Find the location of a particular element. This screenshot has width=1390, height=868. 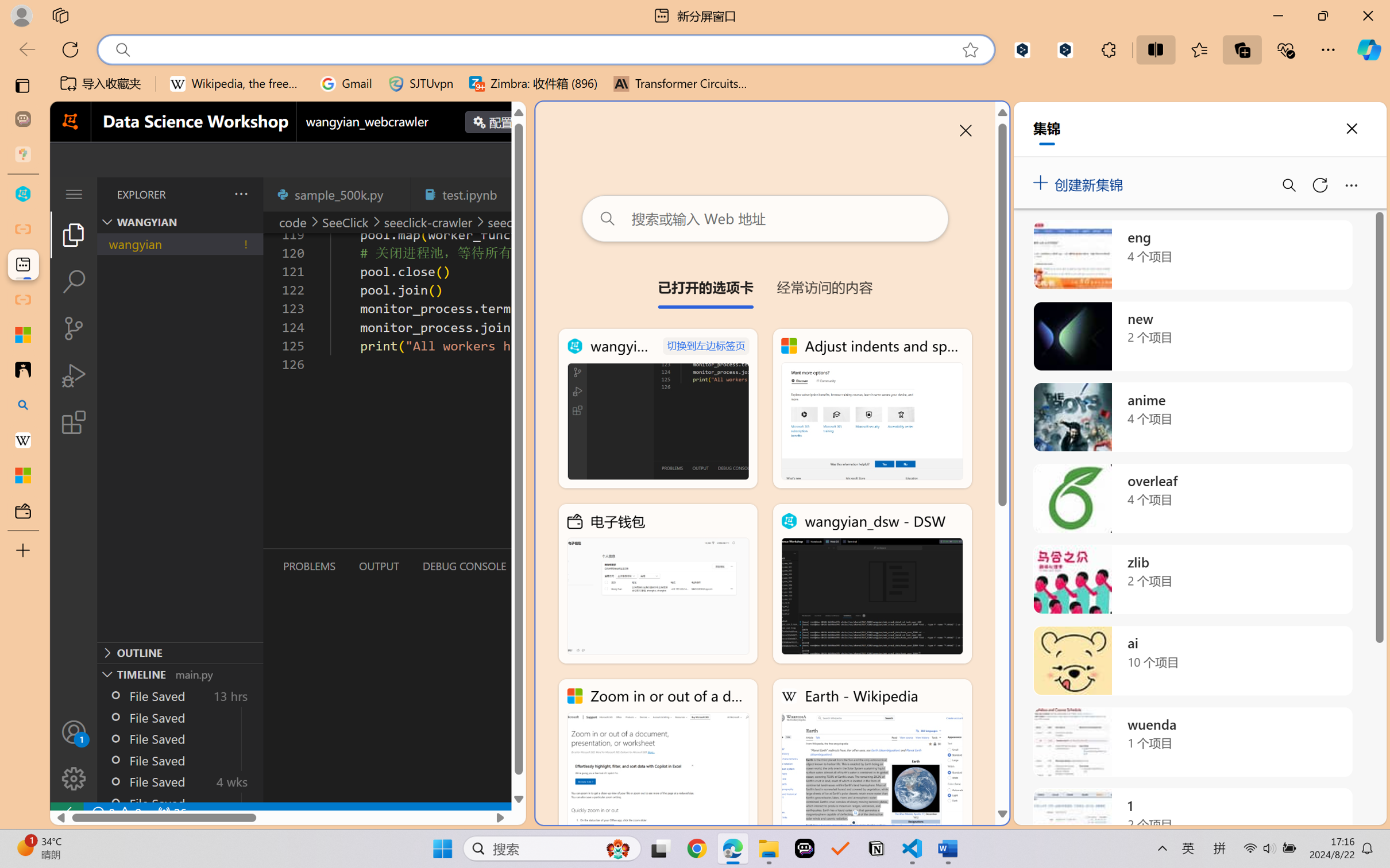

'Wikipedia, the free encyclopedia' is located at coordinates (236, 83).